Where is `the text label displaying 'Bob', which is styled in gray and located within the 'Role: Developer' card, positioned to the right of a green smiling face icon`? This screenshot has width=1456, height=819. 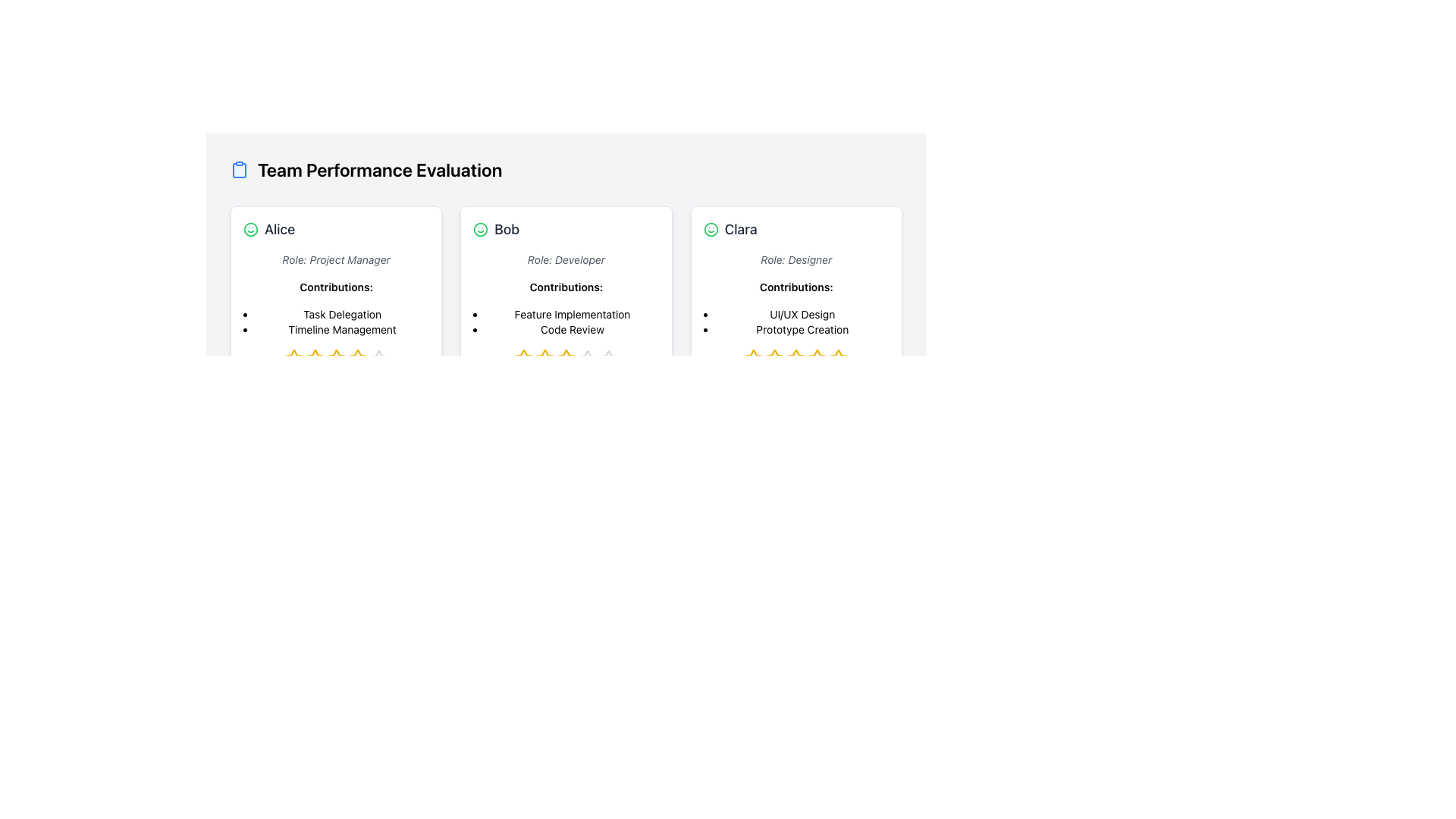
the text label displaying 'Bob', which is styled in gray and located within the 'Role: Developer' card, positioned to the right of a green smiling face icon is located at coordinates (507, 230).